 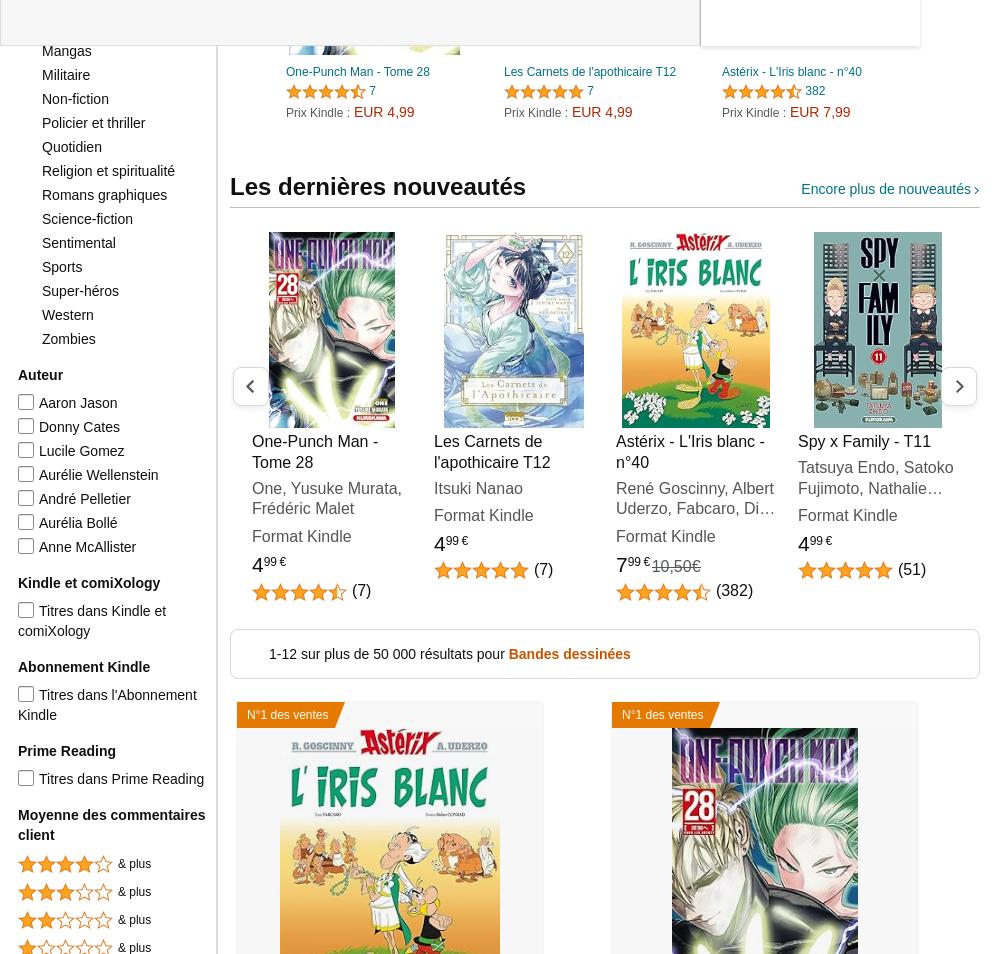 I want to click on '4.4 étoiles sur 5', so click(x=759, y=96).